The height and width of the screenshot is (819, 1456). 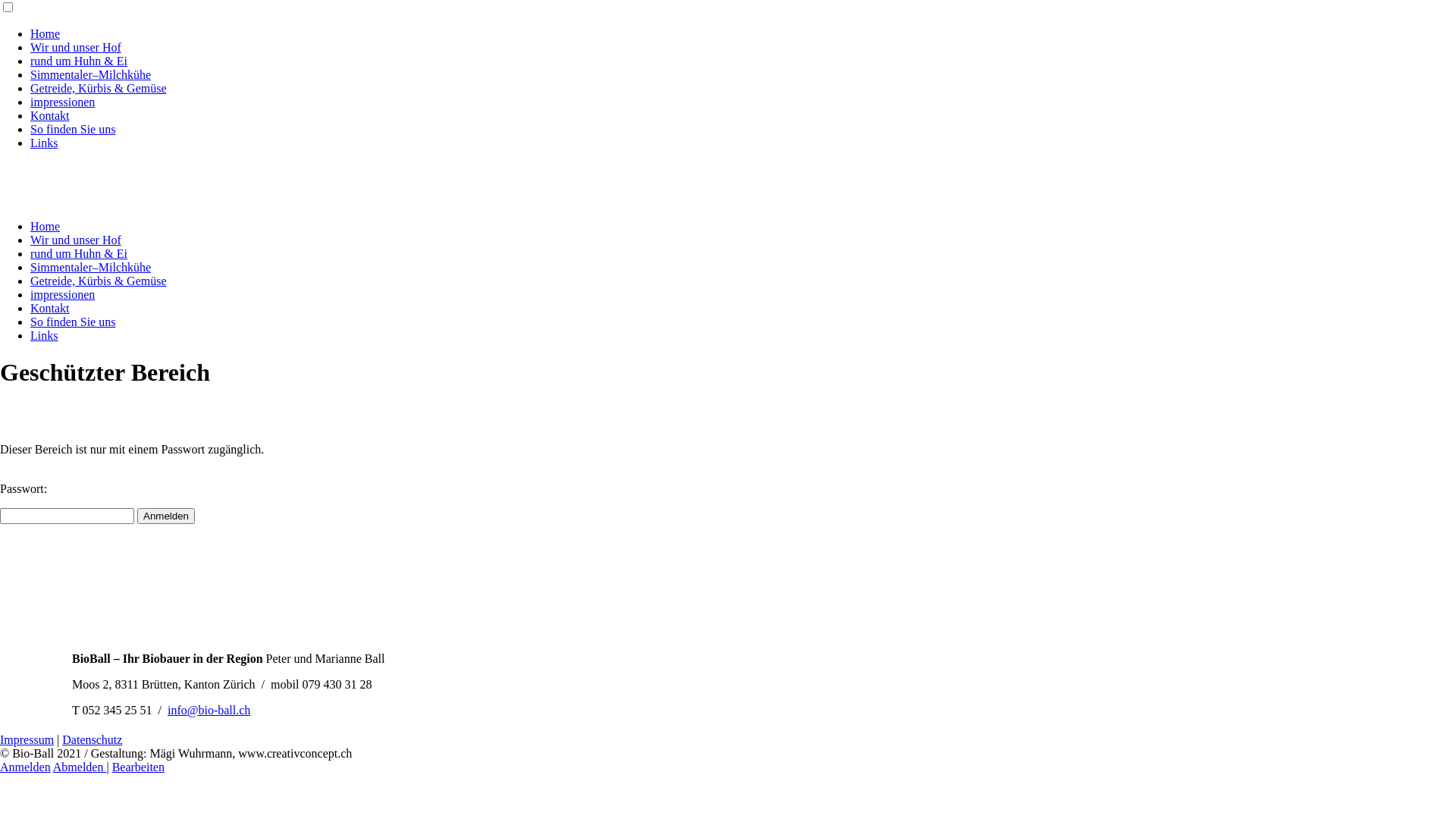 I want to click on 'Impressum', so click(x=27, y=739).